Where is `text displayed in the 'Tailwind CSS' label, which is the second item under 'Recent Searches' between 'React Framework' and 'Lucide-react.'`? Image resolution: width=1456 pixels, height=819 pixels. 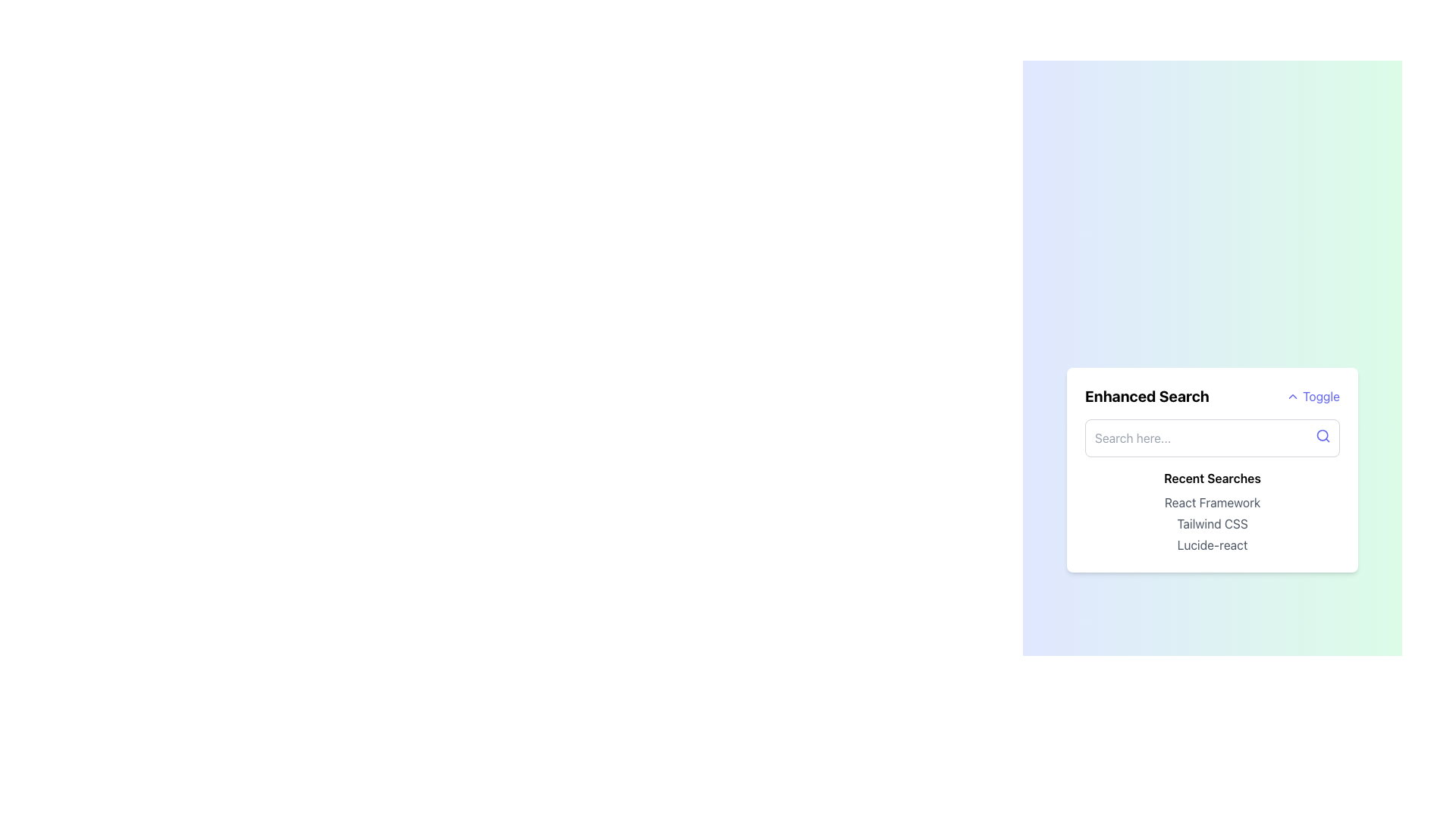 text displayed in the 'Tailwind CSS' label, which is the second item under 'Recent Searches' between 'React Framework' and 'Lucide-react.' is located at coordinates (1211, 522).